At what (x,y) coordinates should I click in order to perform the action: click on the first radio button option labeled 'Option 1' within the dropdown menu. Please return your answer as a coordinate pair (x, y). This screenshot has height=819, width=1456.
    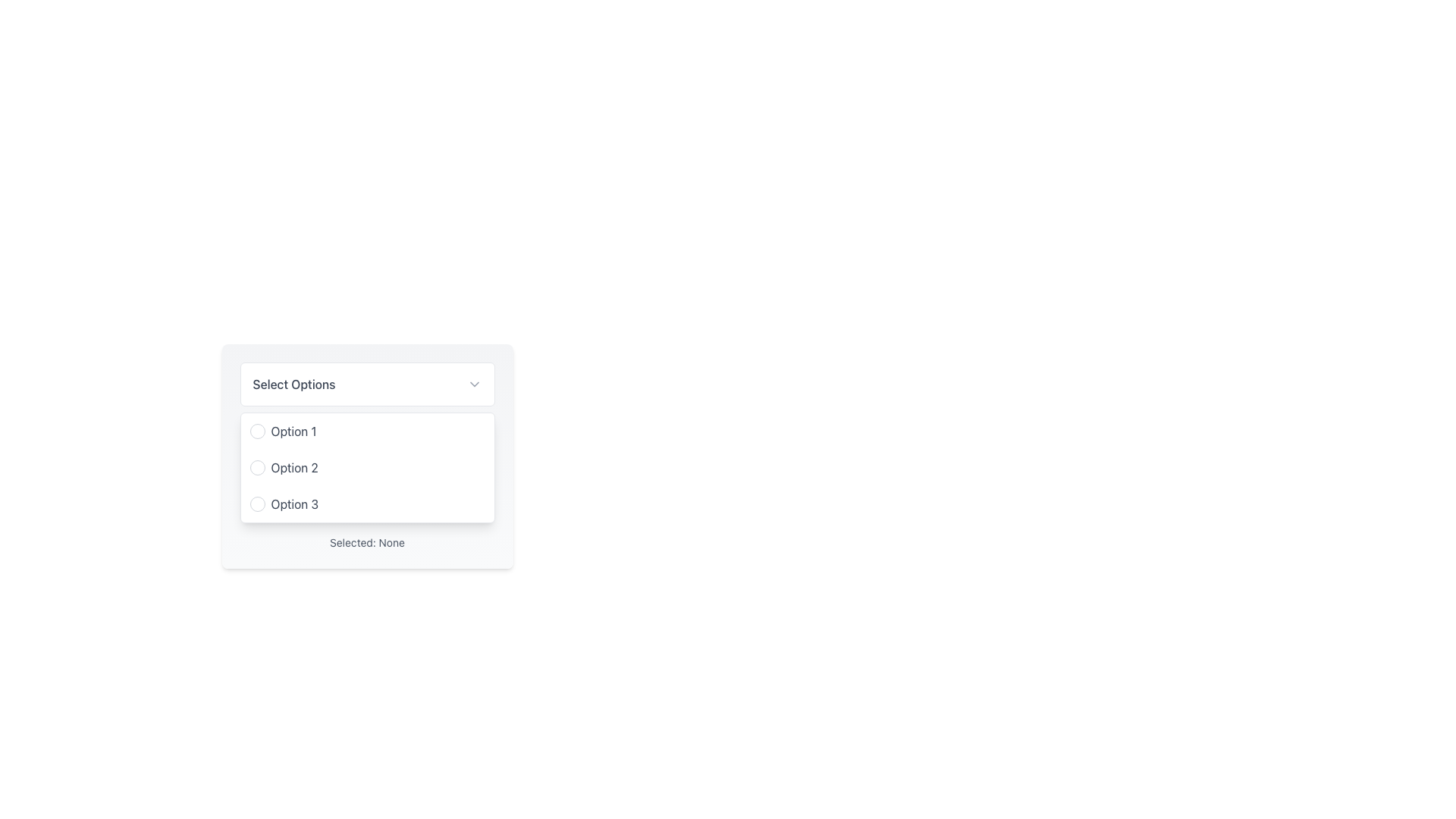
    Looking at the image, I should click on (367, 431).